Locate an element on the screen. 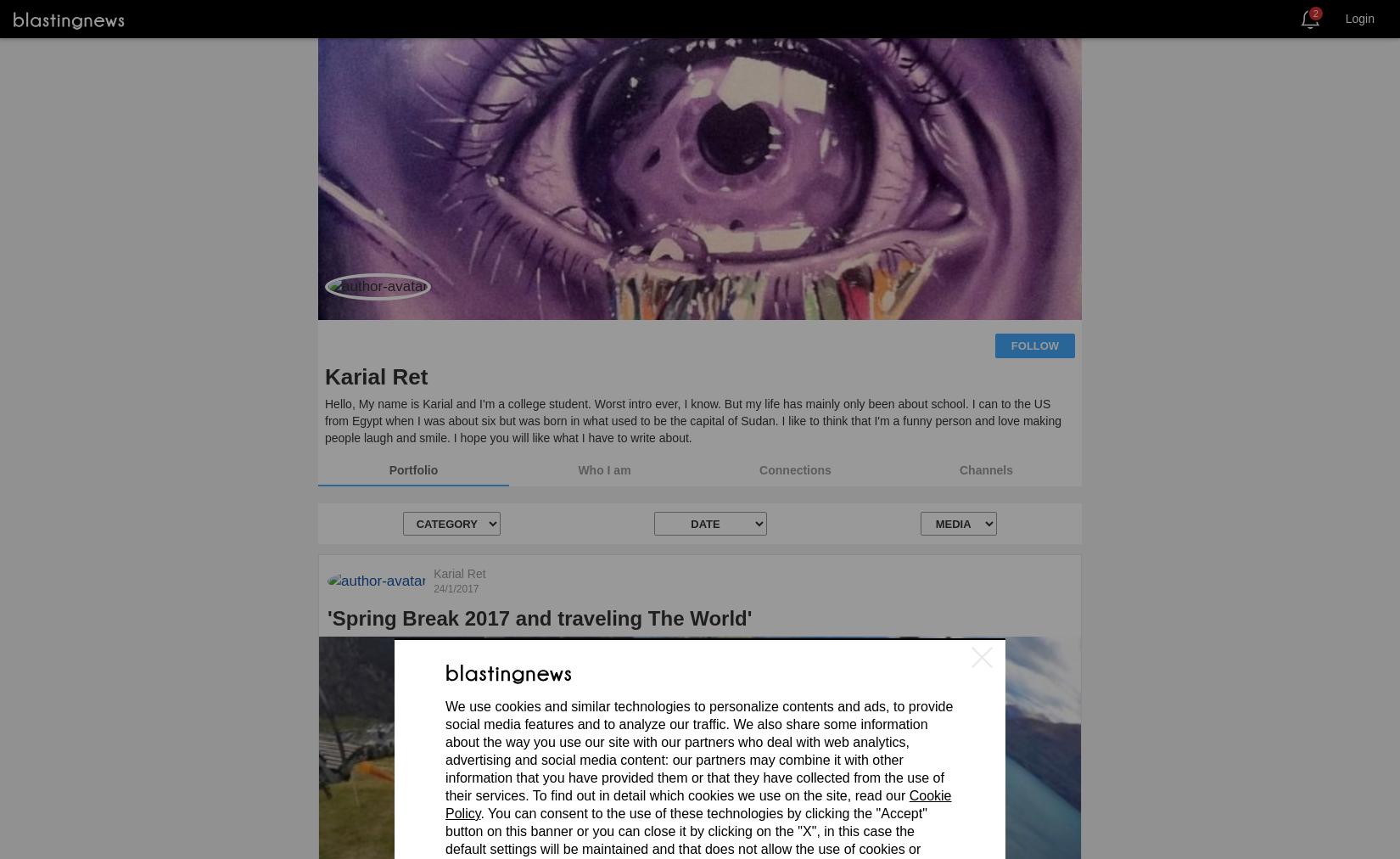  'Cookie Policy' is located at coordinates (697, 805).